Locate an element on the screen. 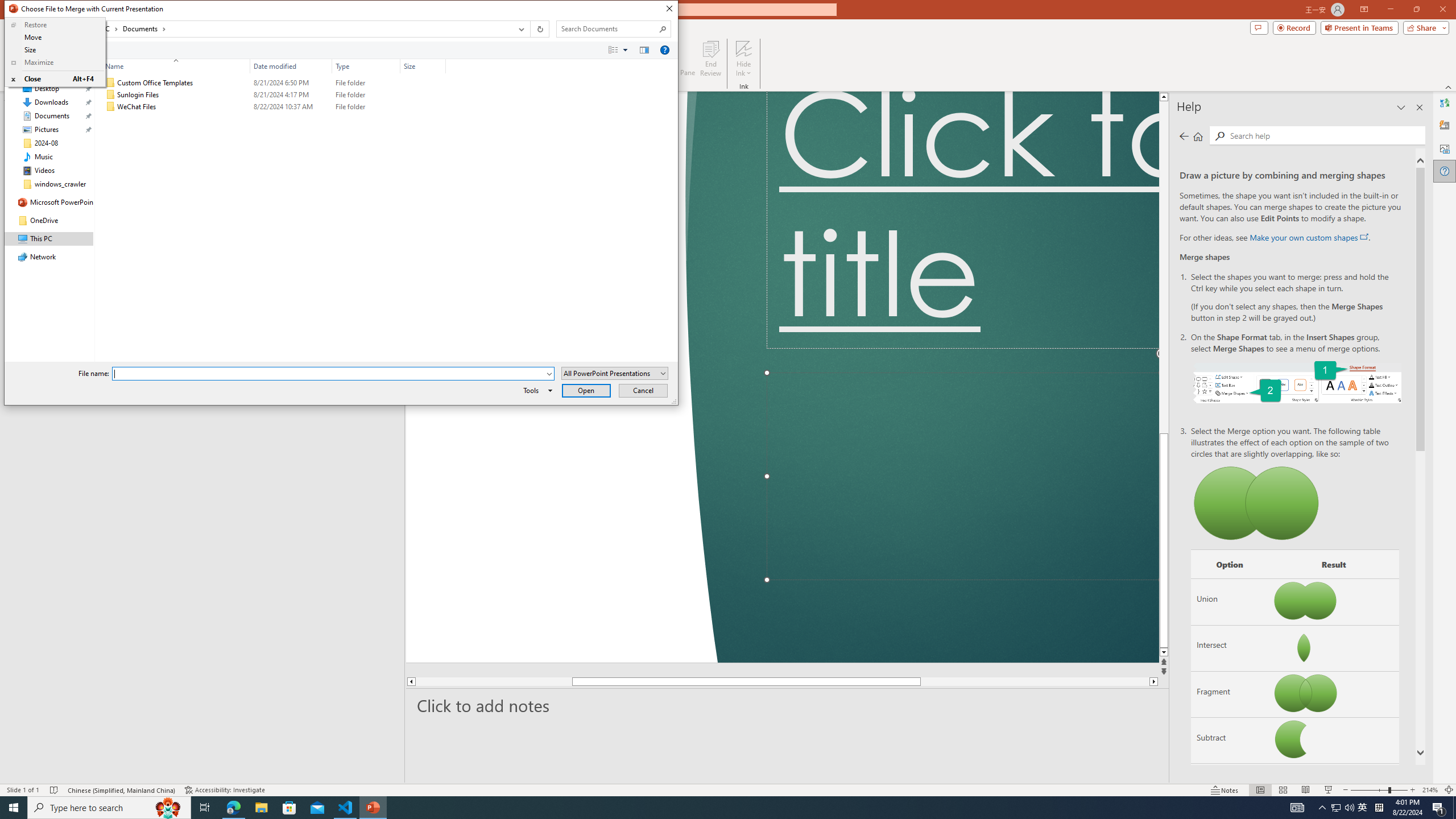 The image size is (1456, 819). 'Designer' is located at coordinates (1444, 126).